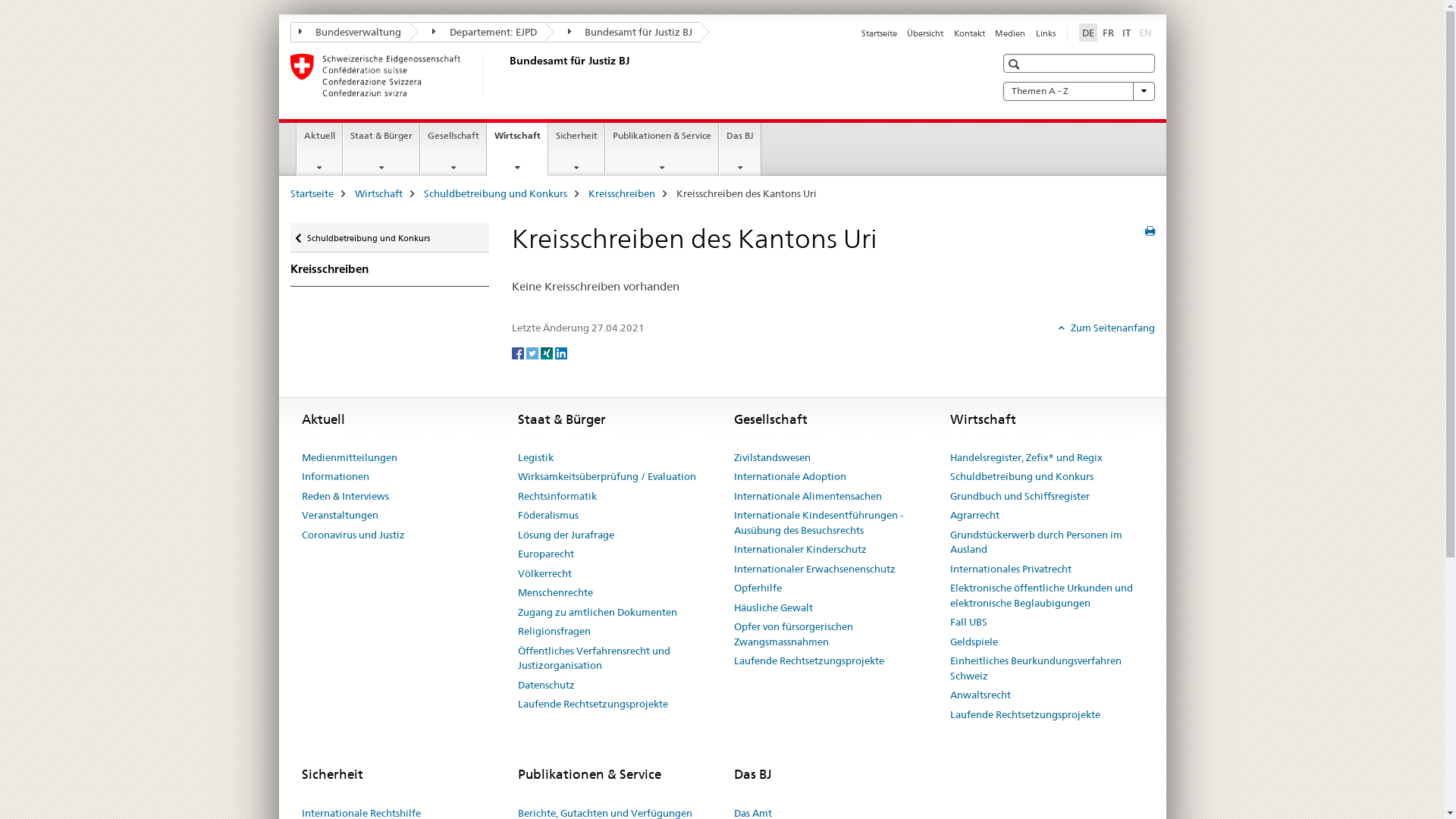 Image resolution: width=1456 pixels, height=819 pixels. What do you see at coordinates (973, 642) in the screenshot?
I see `'Geldspiele'` at bounding box center [973, 642].